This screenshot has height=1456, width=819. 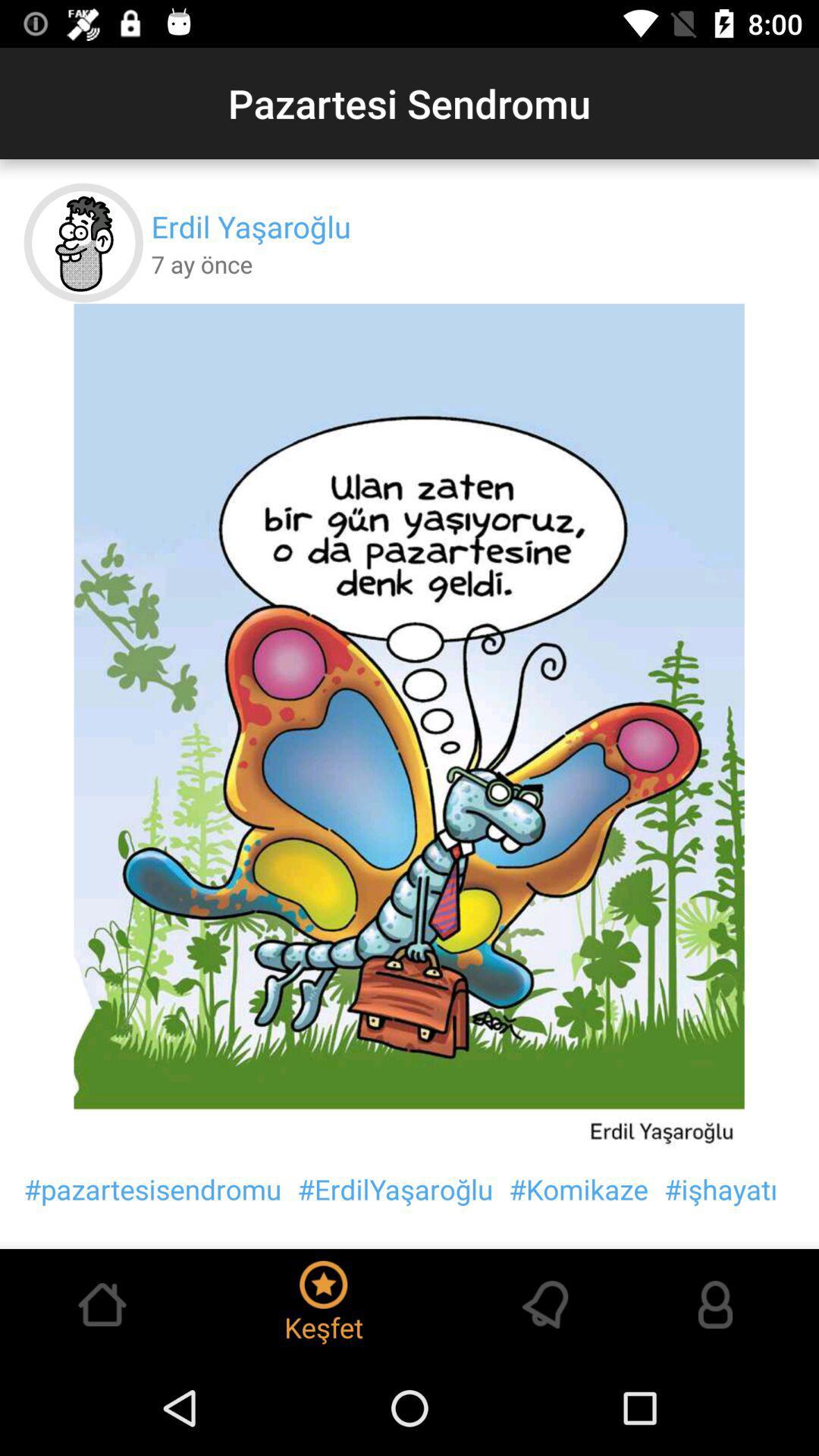 I want to click on the item below pazartesi sendromu, so click(x=250, y=225).